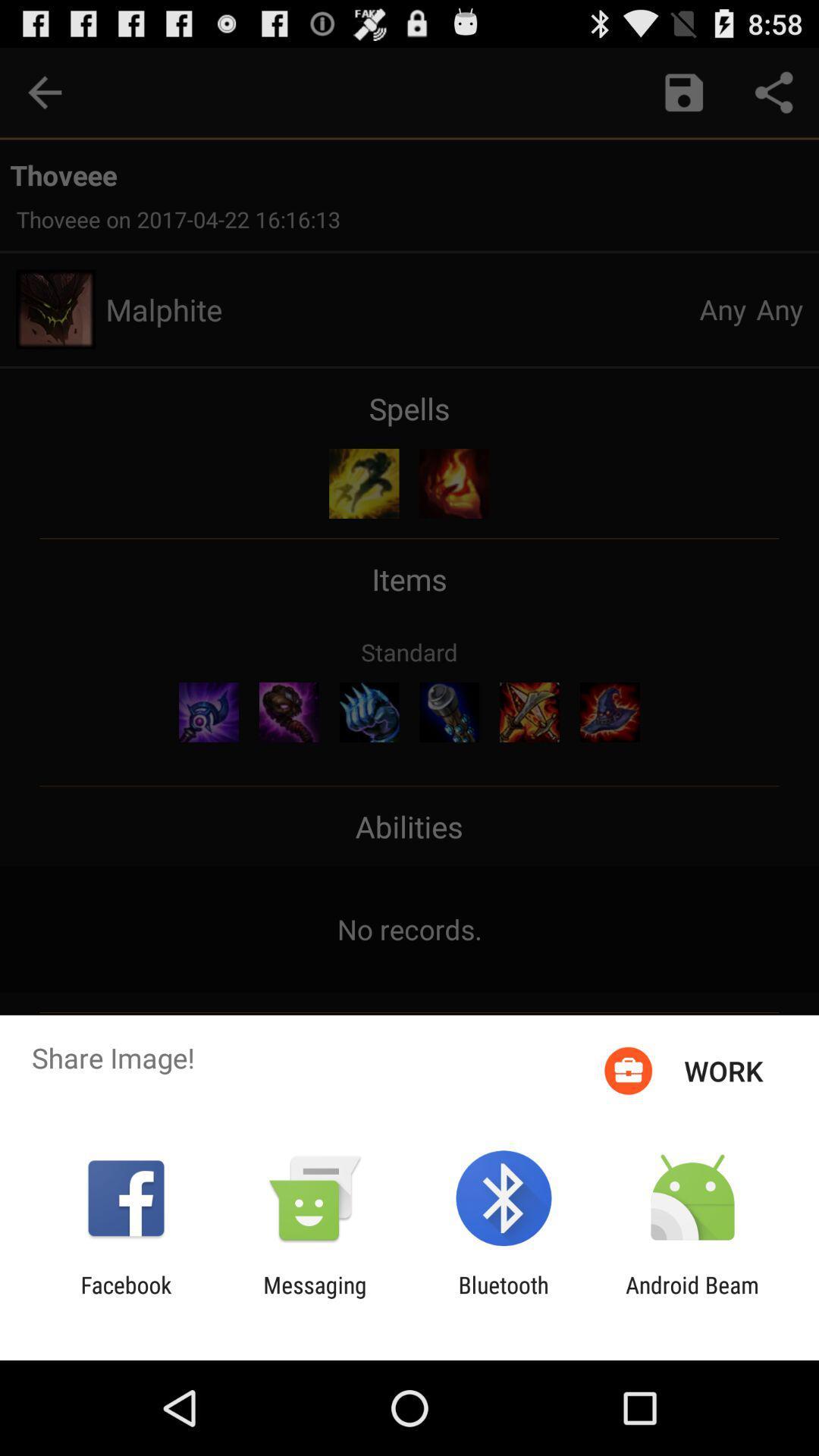  Describe the element at coordinates (314, 1298) in the screenshot. I see `item next to the facebook icon` at that location.